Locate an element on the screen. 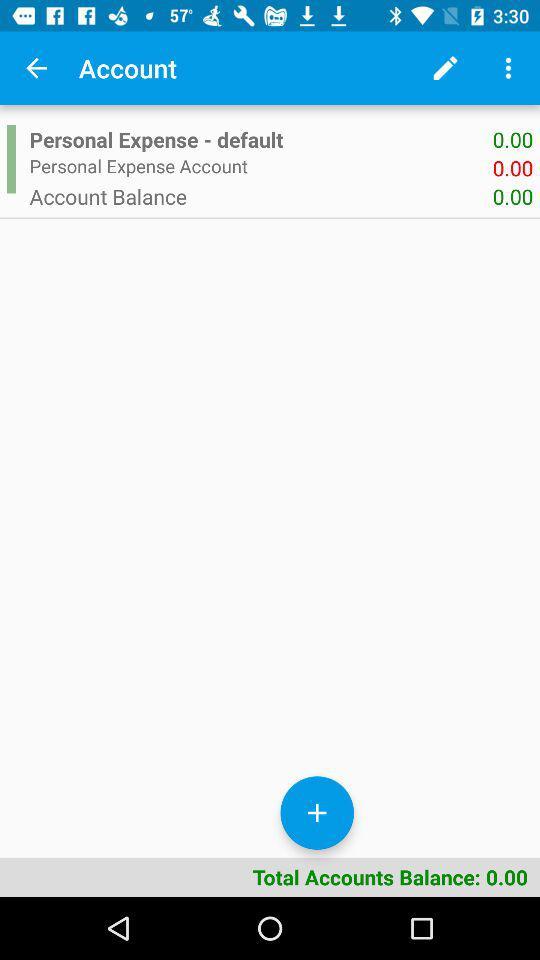 Image resolution: width=540 pixels, height=960 pixels. item below the 0.00 is located at coordinates (261, 196).